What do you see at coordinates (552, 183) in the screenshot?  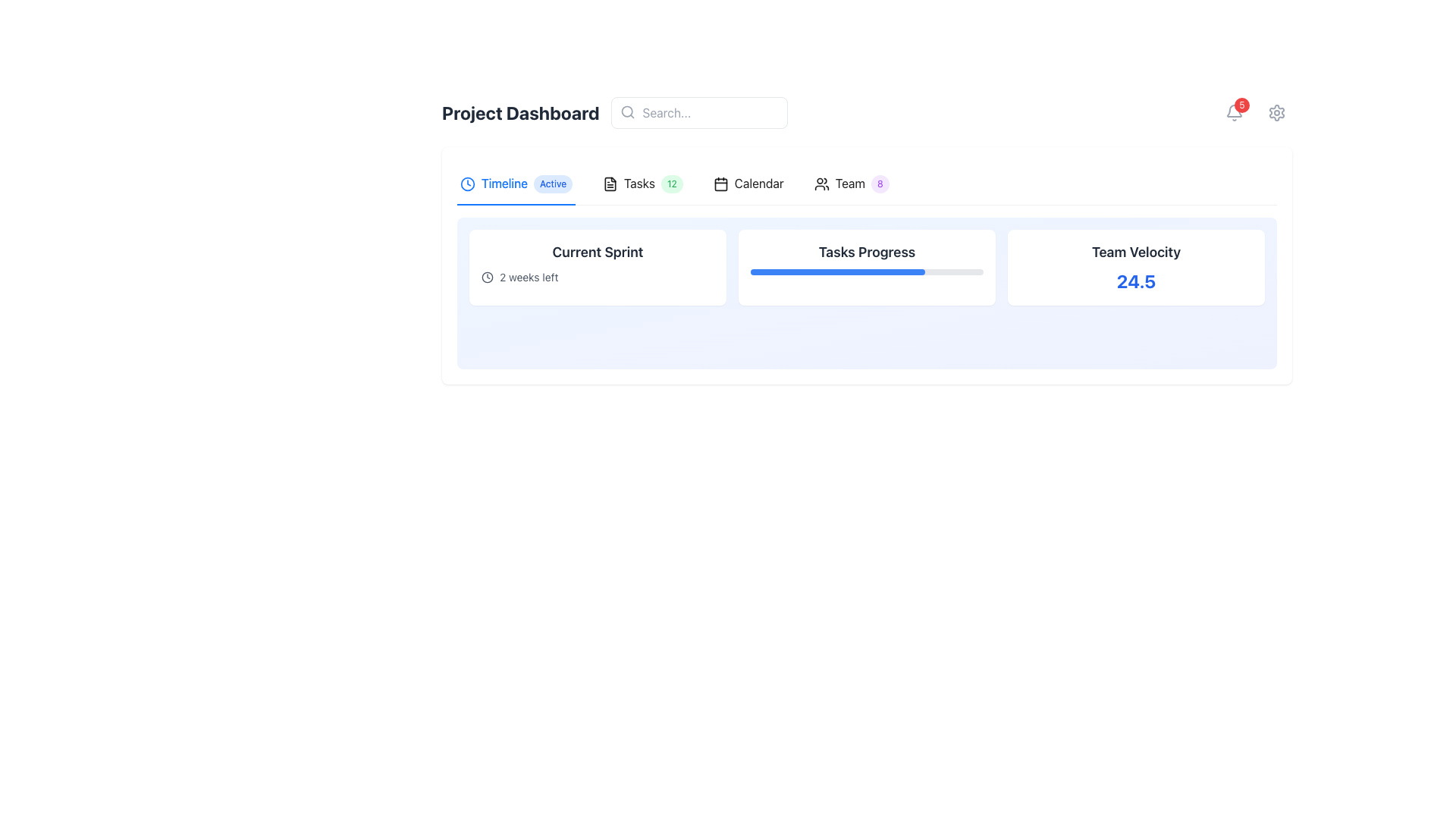 I see `the 'Active' badge, which is positioned to the right of the 'Timeline' label in the navigation bar of the Project Dashboard` at bounding box center [552, 183].